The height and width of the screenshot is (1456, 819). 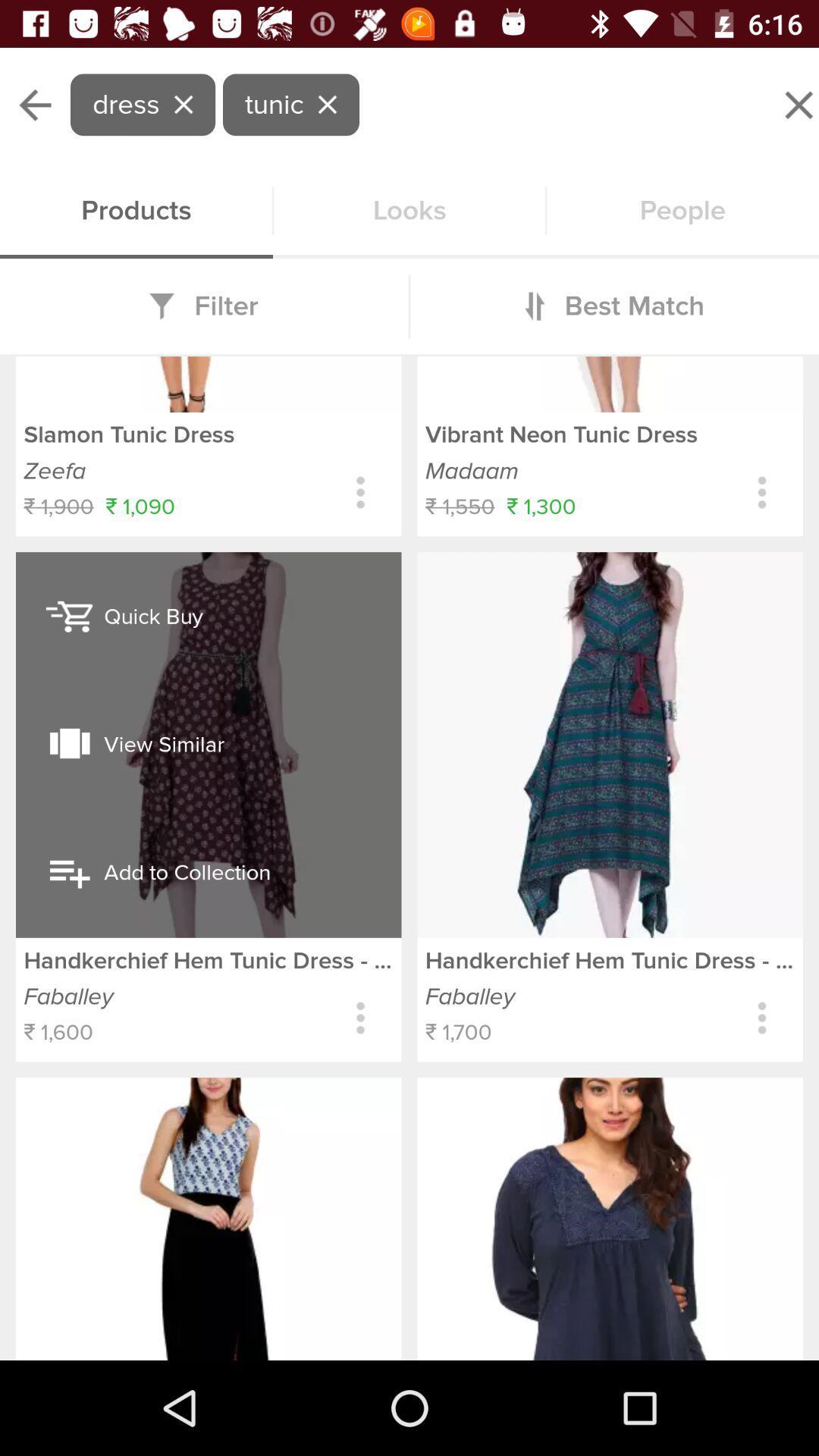 I want to click on more options, so click(x=762, y=1018).